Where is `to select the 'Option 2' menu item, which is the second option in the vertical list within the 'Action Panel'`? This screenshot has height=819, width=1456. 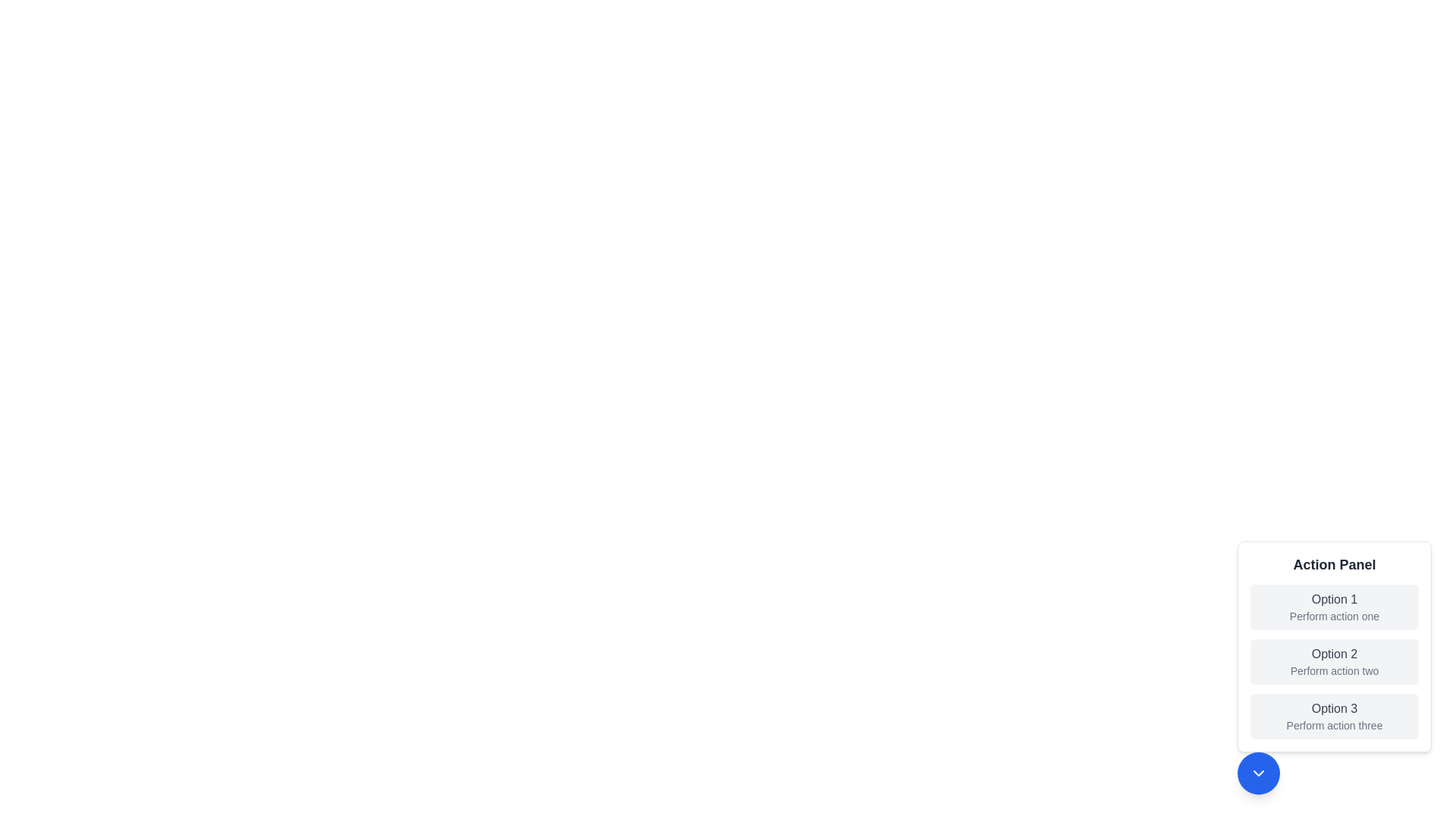 to select the 'Option 2' menu item, which is the second option in the vertical list within the 'Action Panel' is located at coordinates (1335, 661).